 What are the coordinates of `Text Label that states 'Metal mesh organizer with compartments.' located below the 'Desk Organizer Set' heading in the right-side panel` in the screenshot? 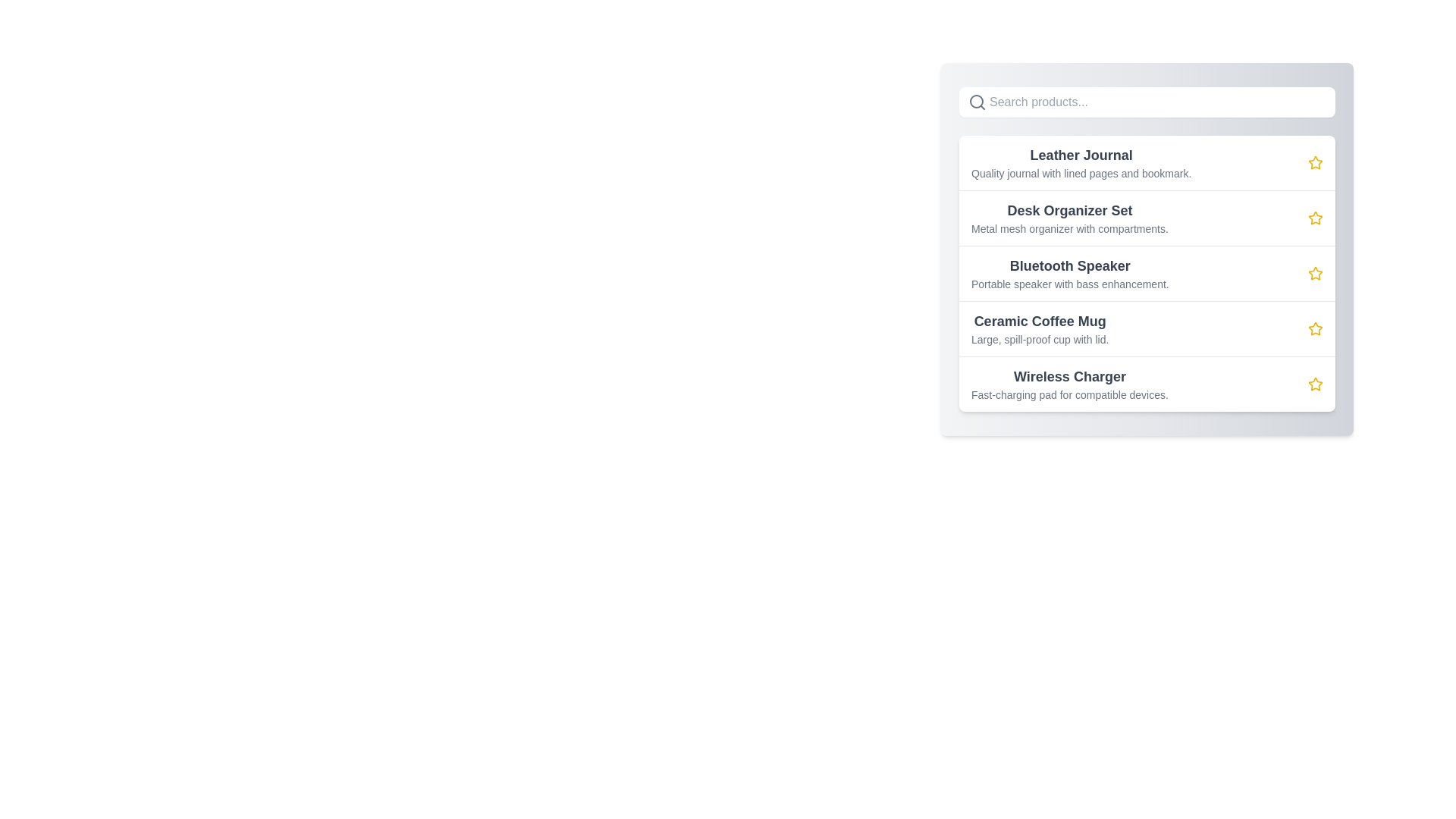 It's located at (1069, 228).